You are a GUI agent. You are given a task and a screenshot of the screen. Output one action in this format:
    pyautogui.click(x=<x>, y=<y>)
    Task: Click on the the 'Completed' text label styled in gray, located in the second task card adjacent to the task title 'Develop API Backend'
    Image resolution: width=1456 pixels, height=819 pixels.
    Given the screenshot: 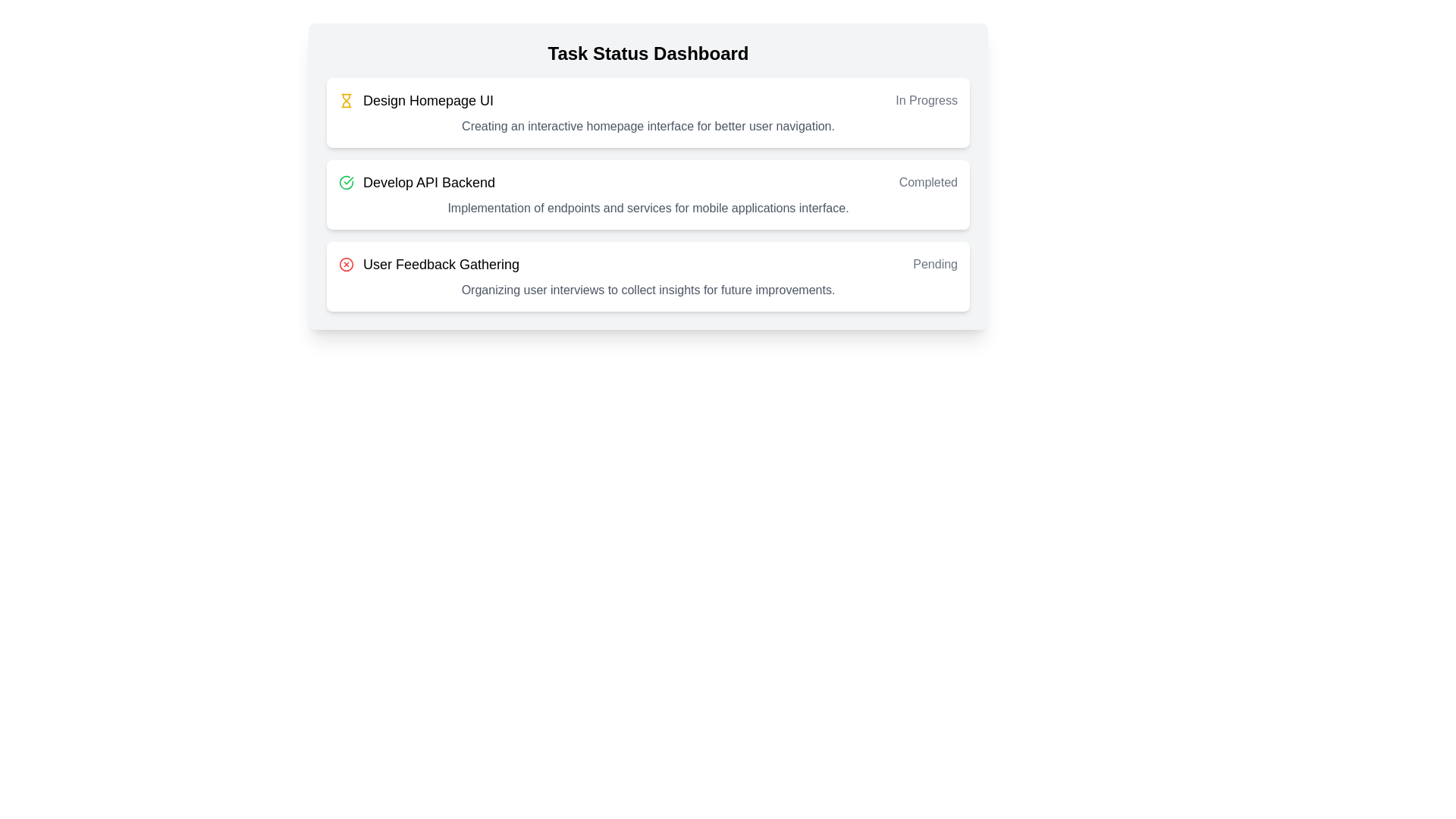 What is the action you would take?
    pyautogui.click(x=927, y=181)
    